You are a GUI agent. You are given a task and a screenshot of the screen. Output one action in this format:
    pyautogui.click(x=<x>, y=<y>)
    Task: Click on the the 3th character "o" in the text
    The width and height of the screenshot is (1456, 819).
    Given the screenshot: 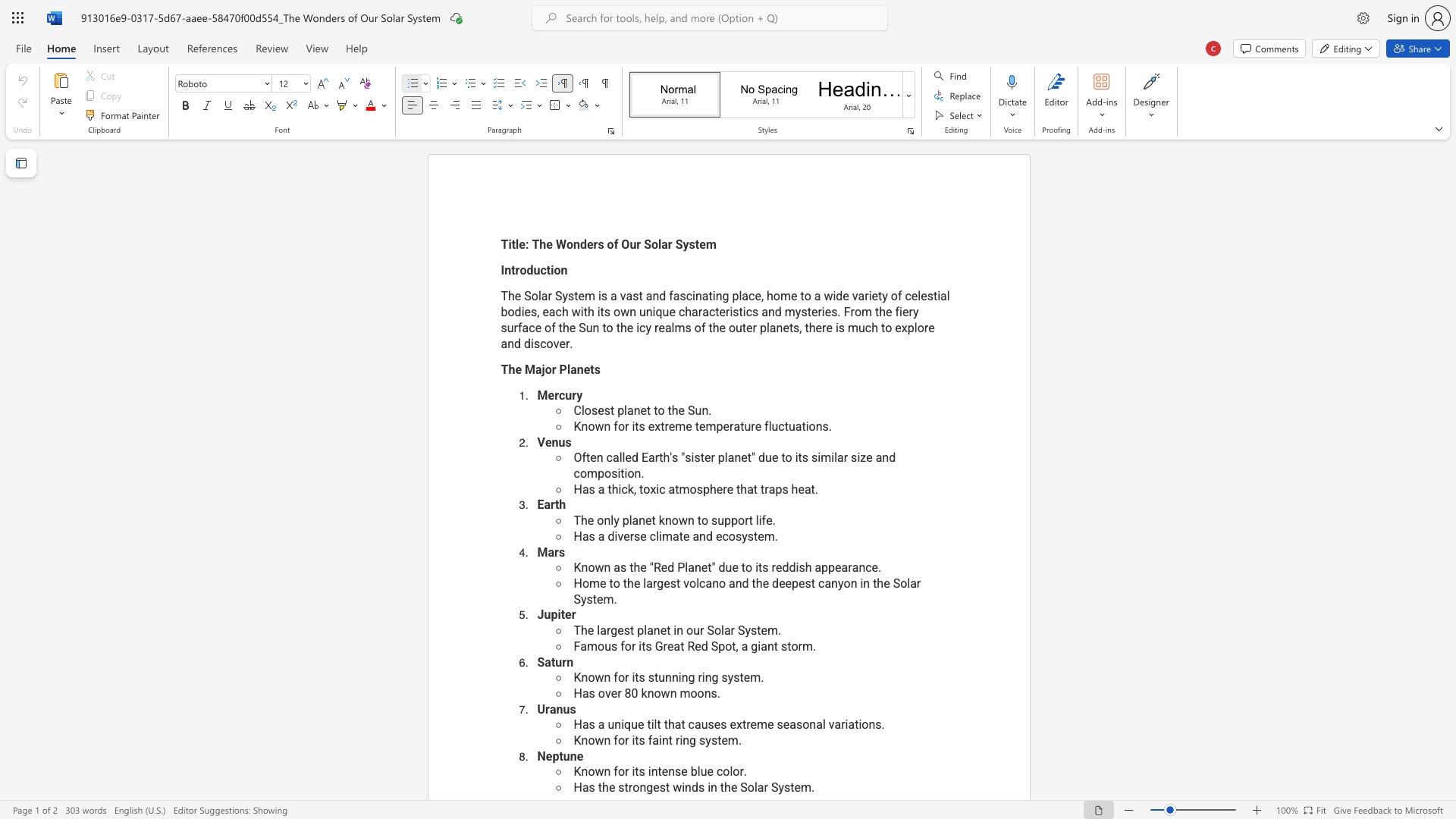 What is the action you would take?
    pyautogui.click(x=725, y=771)
    